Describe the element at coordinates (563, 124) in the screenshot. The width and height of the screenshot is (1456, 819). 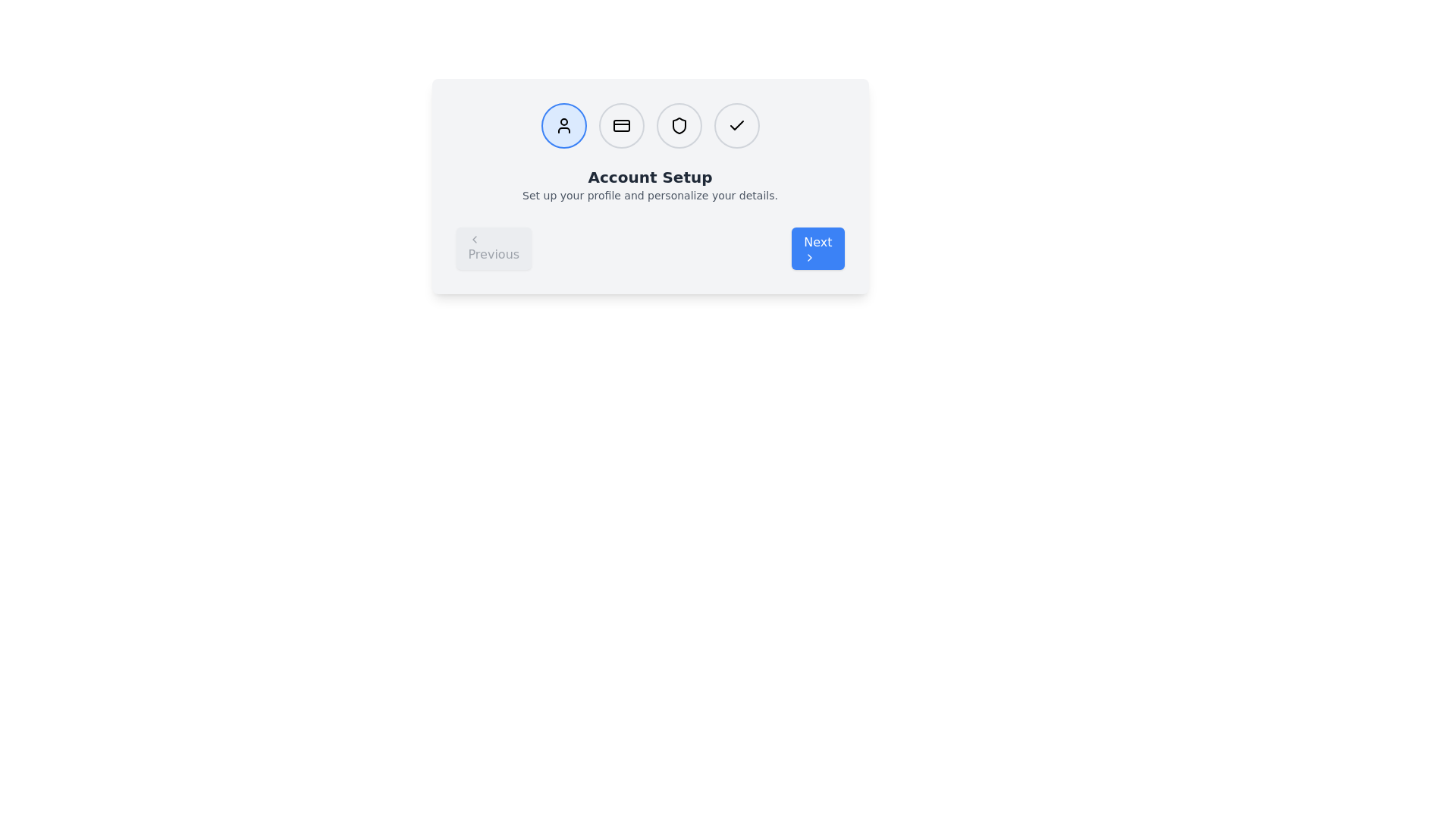
I see `the circular button with a light blue background and a user profile icon, located in the upper portion of the modal interface` at that location.